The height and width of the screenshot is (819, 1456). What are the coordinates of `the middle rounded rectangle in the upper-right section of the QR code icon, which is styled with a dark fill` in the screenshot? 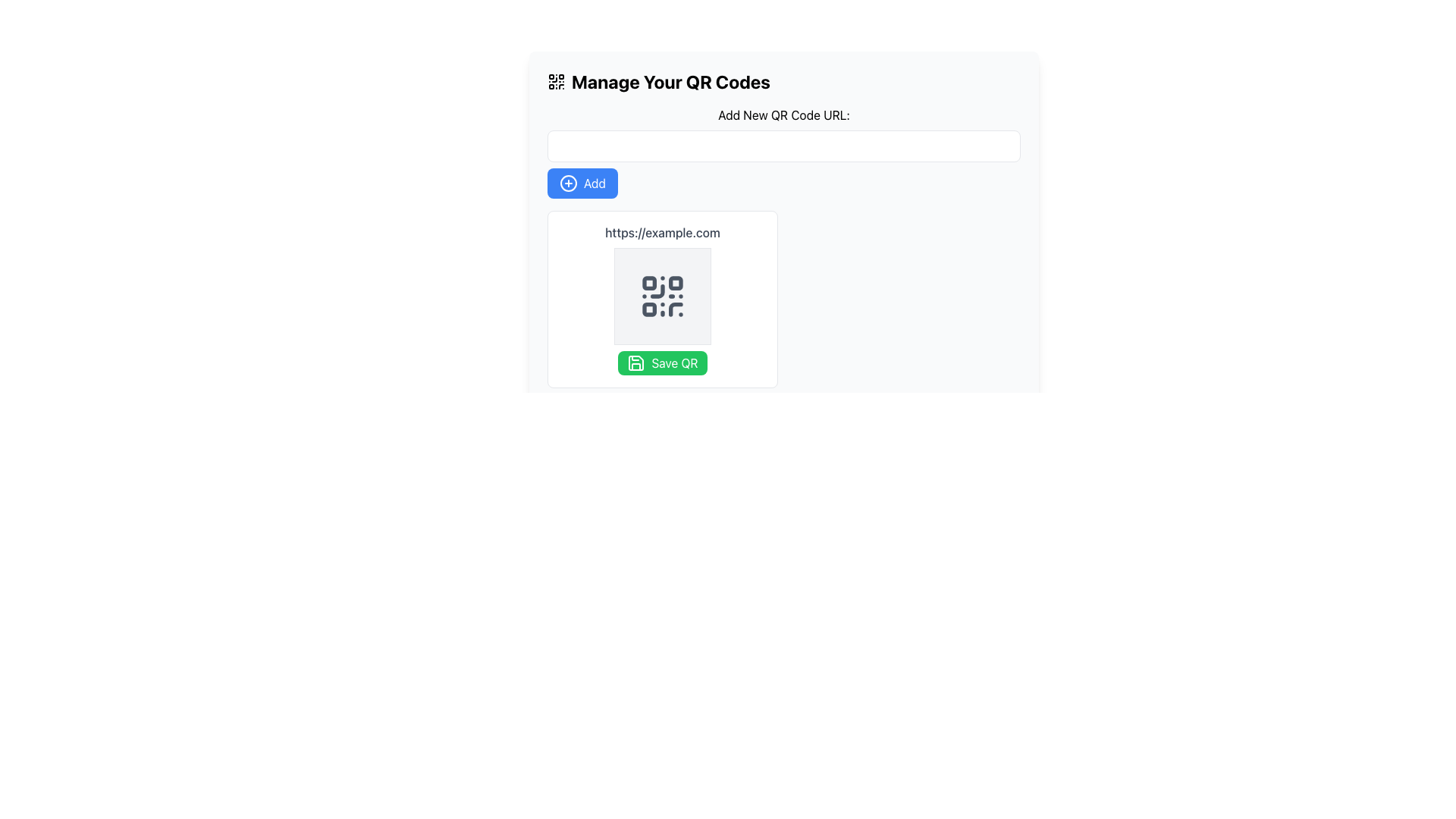 It's located at (675, 283).